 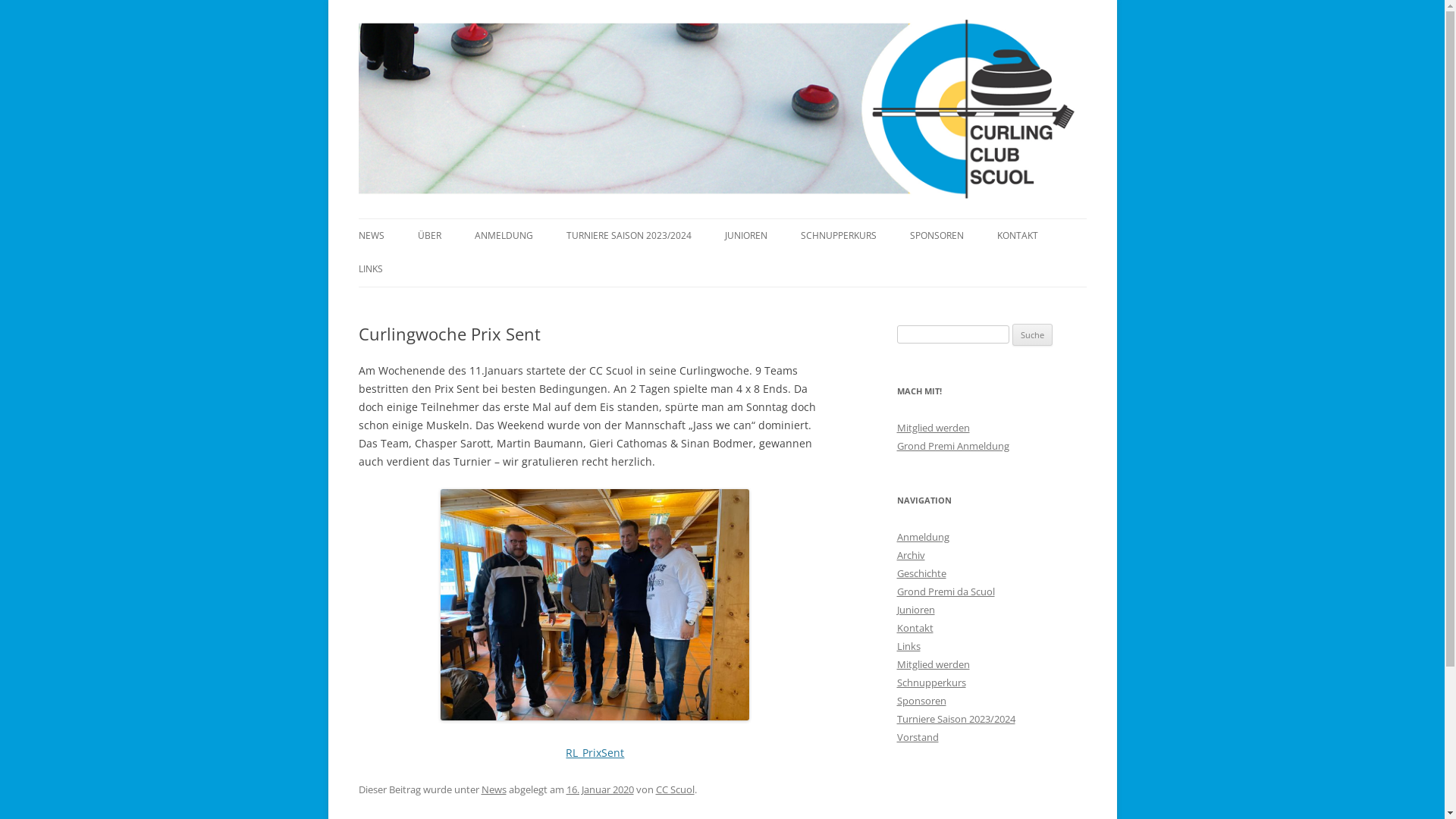 What do you see at coordinates (921, 536) in the screenshot?
I see `'Anmeldung'` at bounding box center [921, 536].